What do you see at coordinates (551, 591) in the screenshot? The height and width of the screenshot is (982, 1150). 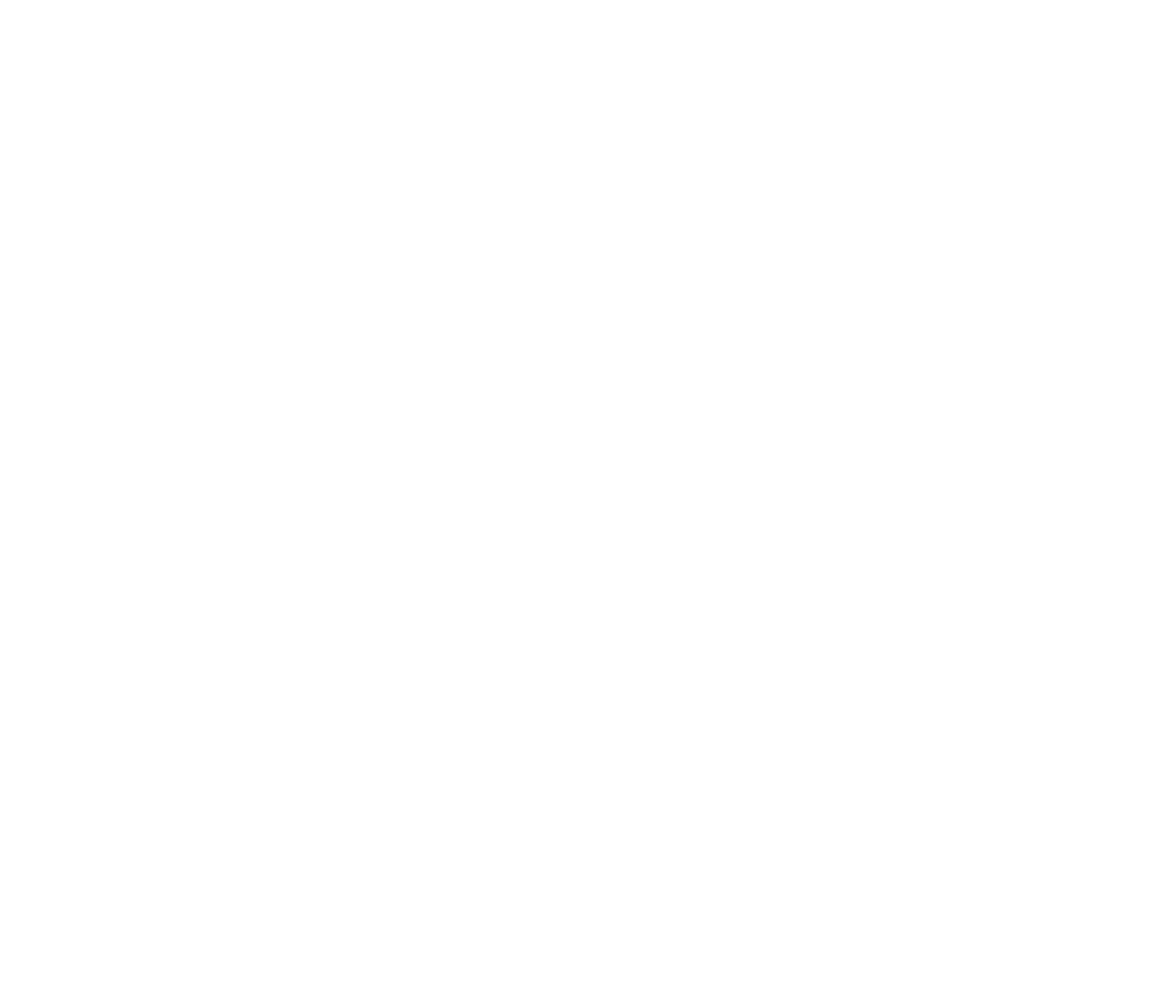 I see `'£46,490'` at bounding box center [551, 591].